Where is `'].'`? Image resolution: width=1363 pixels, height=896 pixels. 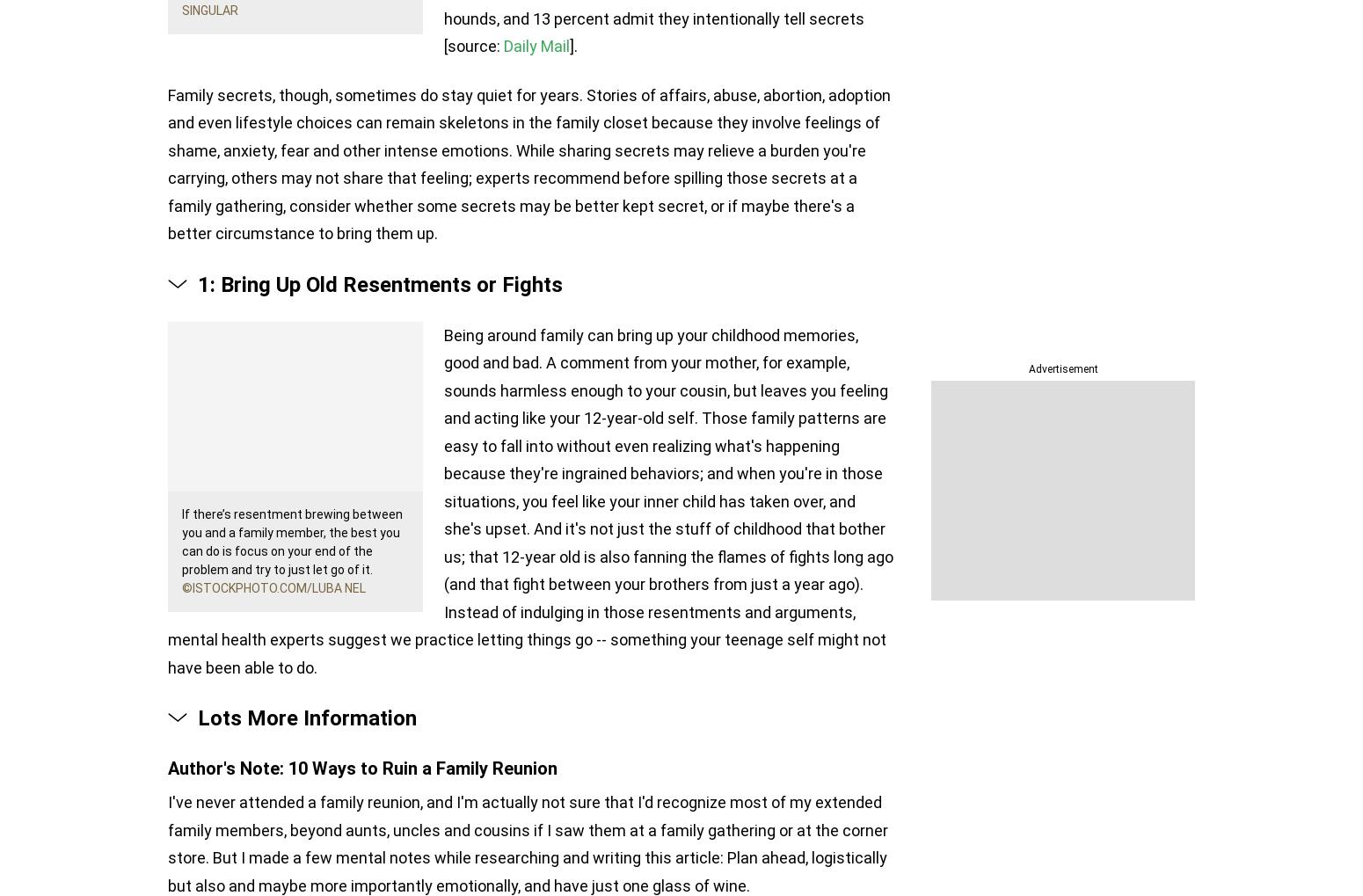
'].' is located at coordinates (572, 46).